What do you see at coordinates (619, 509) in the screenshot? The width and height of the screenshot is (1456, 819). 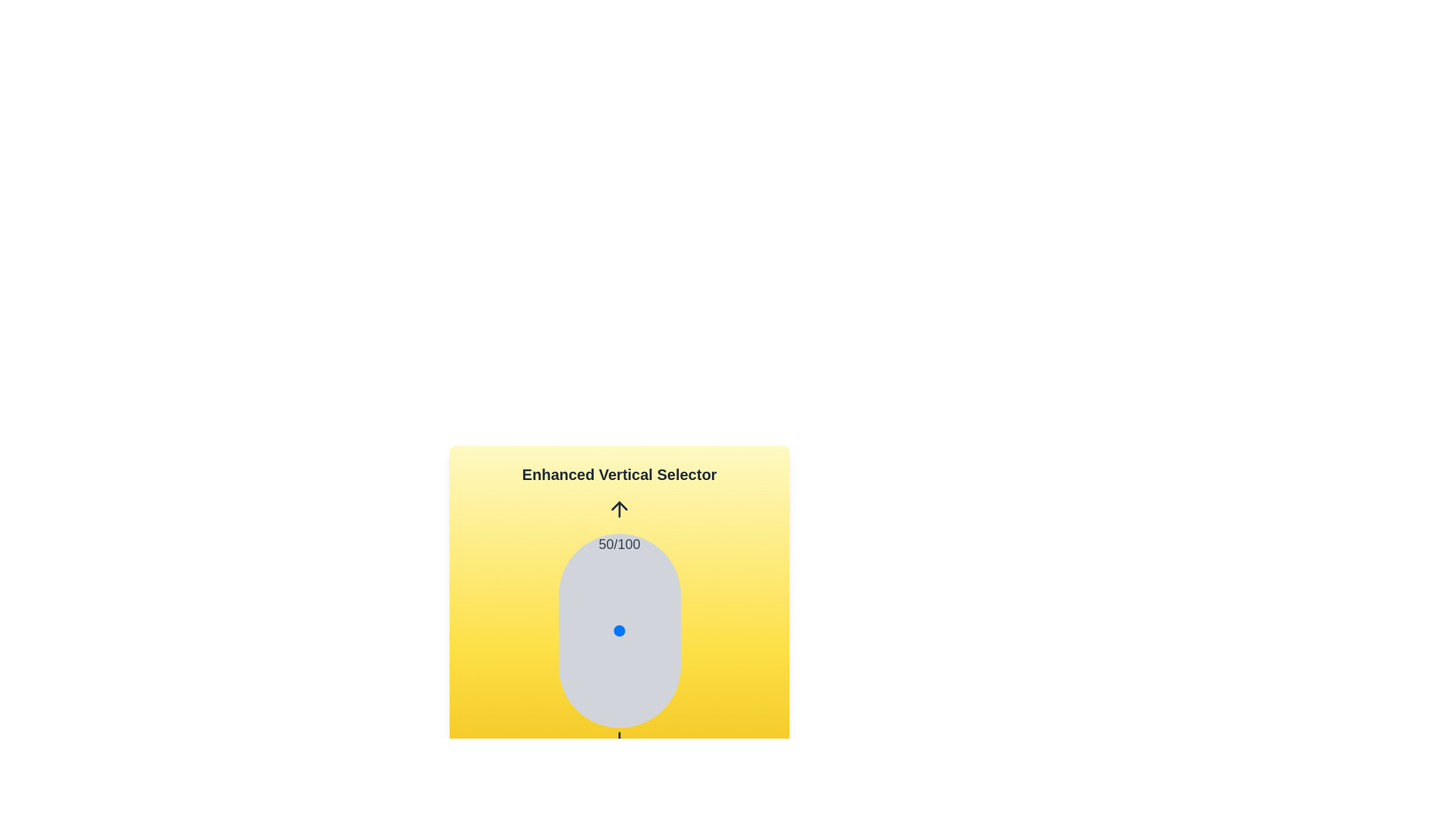 I see `the up arrow icon to increment the value` at bounding box center [619, 509].